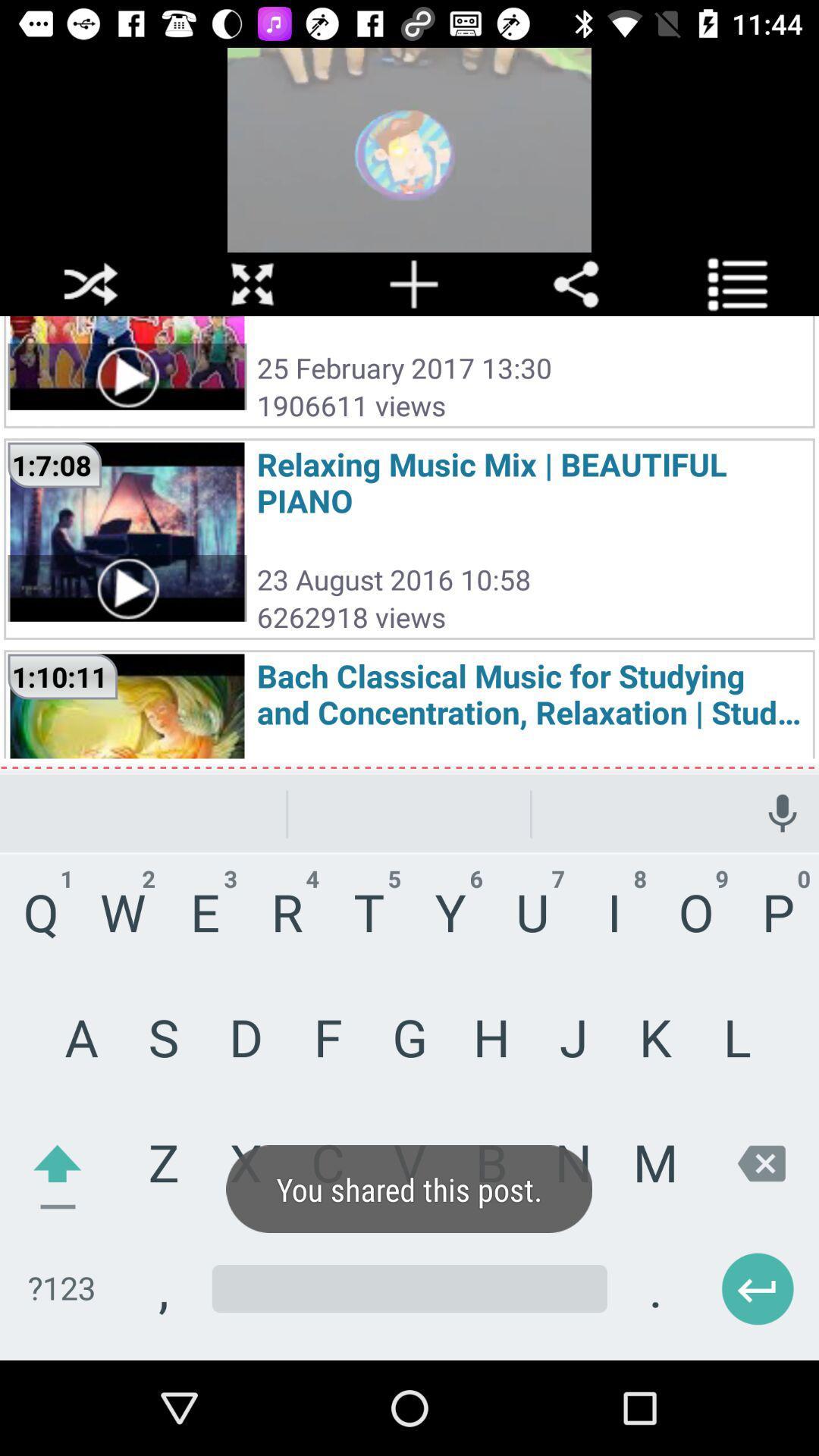 Image resolution: width=819 pixels, height=1456 pixels. Describe the element at coordinates (414, 284) in the screenshot. I see `the add icon` at that location.